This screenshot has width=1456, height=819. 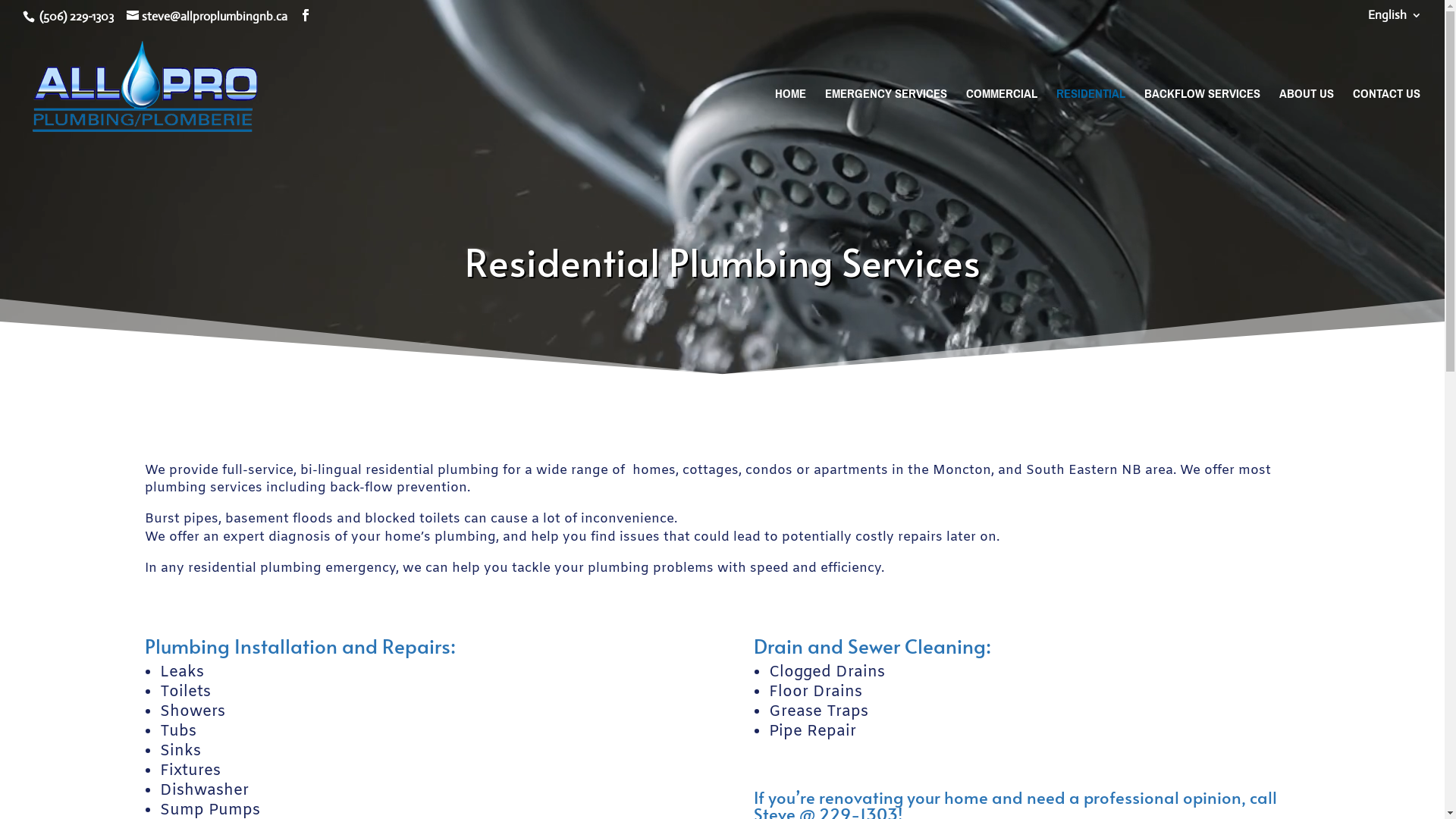 What do you see at coordinates (1395, 20) in the screenshot?
I see `'English'` at bounding box center [1395, 20].